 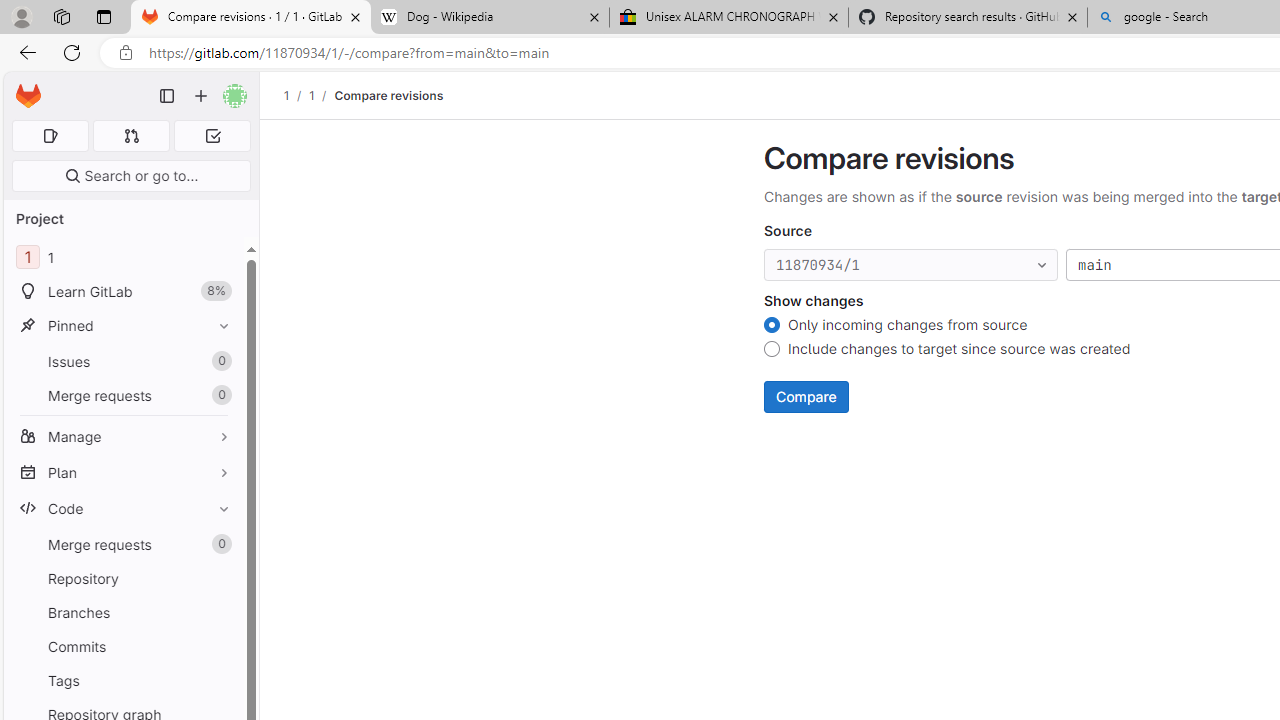 I want to click on 'Unpin Issues', so click(x=219, y=361).